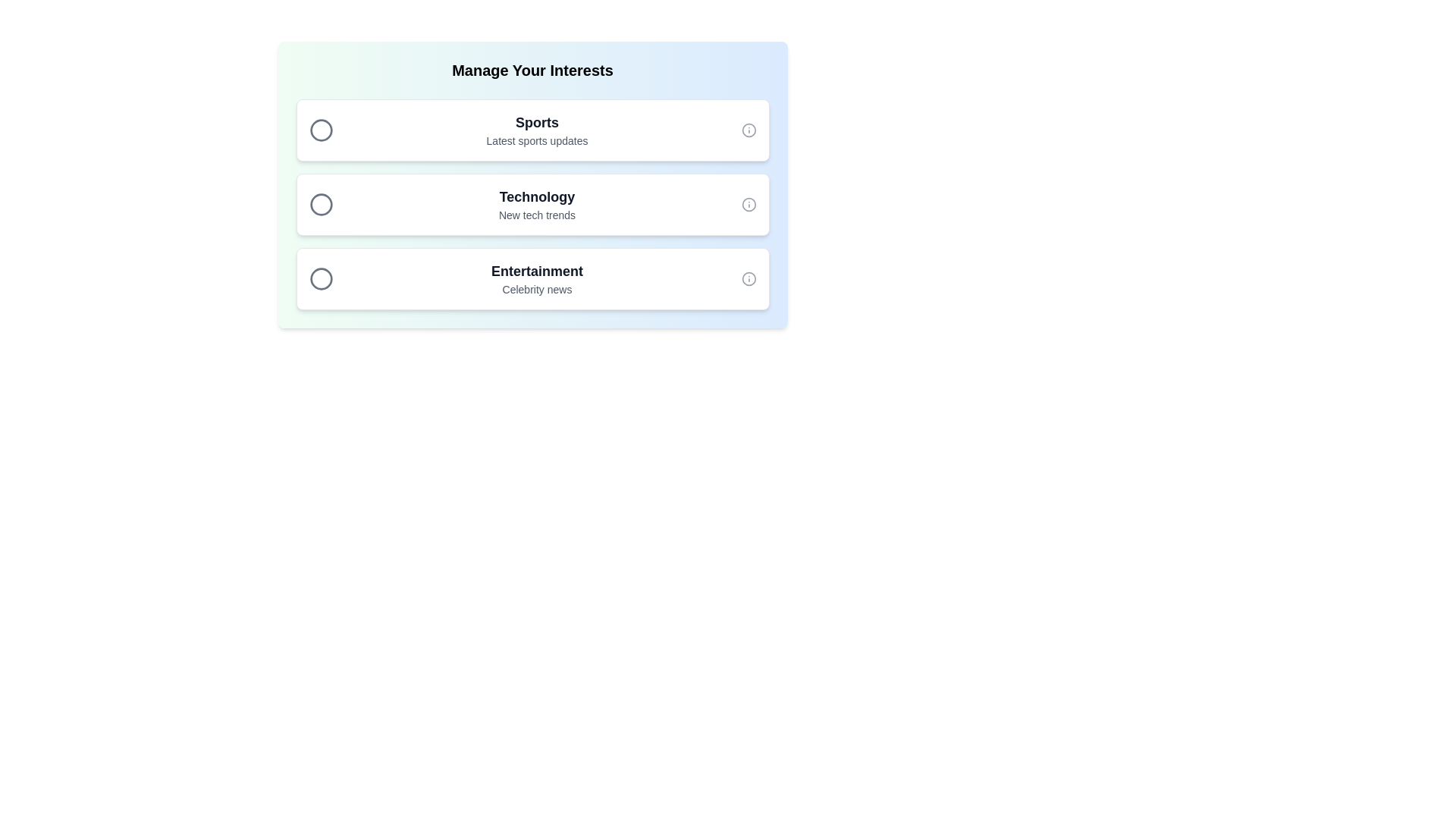 The height and width of the screenshot is (819, 1456). Describe the element at coordinates (532, 205) in the screenshot. I see `the chip item labeled Technology by clicking on it` at that location.